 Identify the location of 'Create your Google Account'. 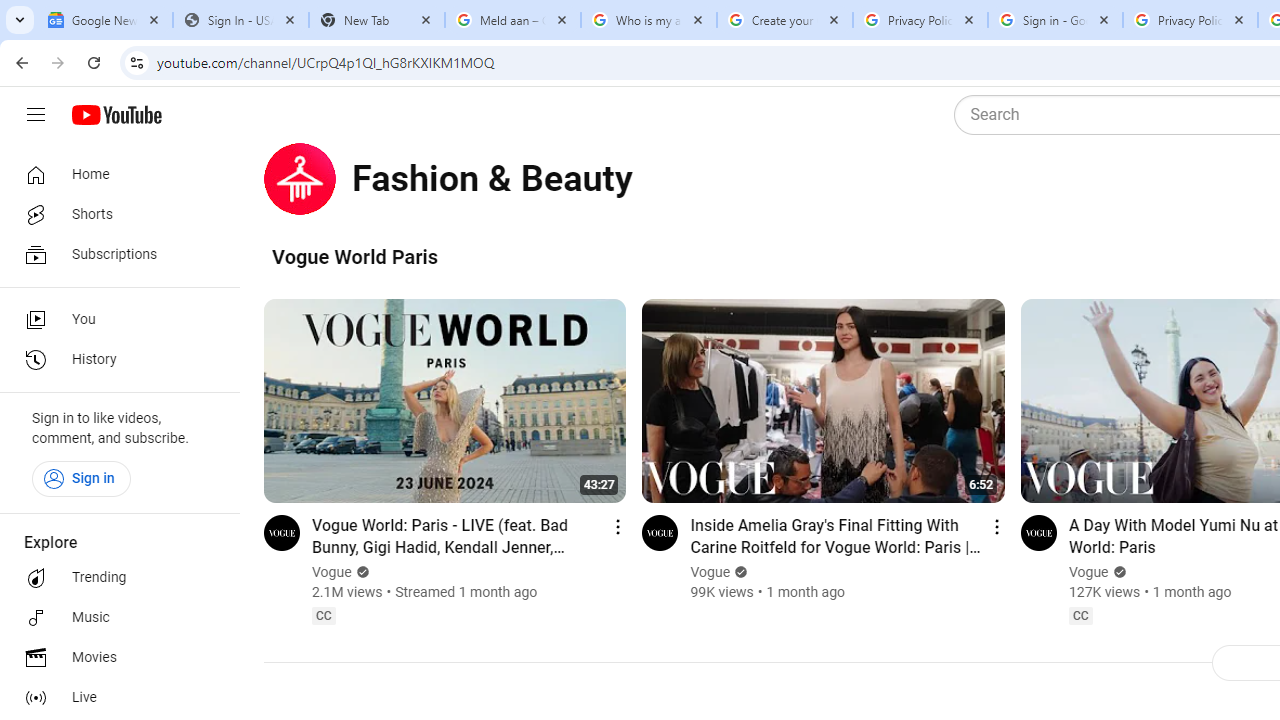
(783, 20).